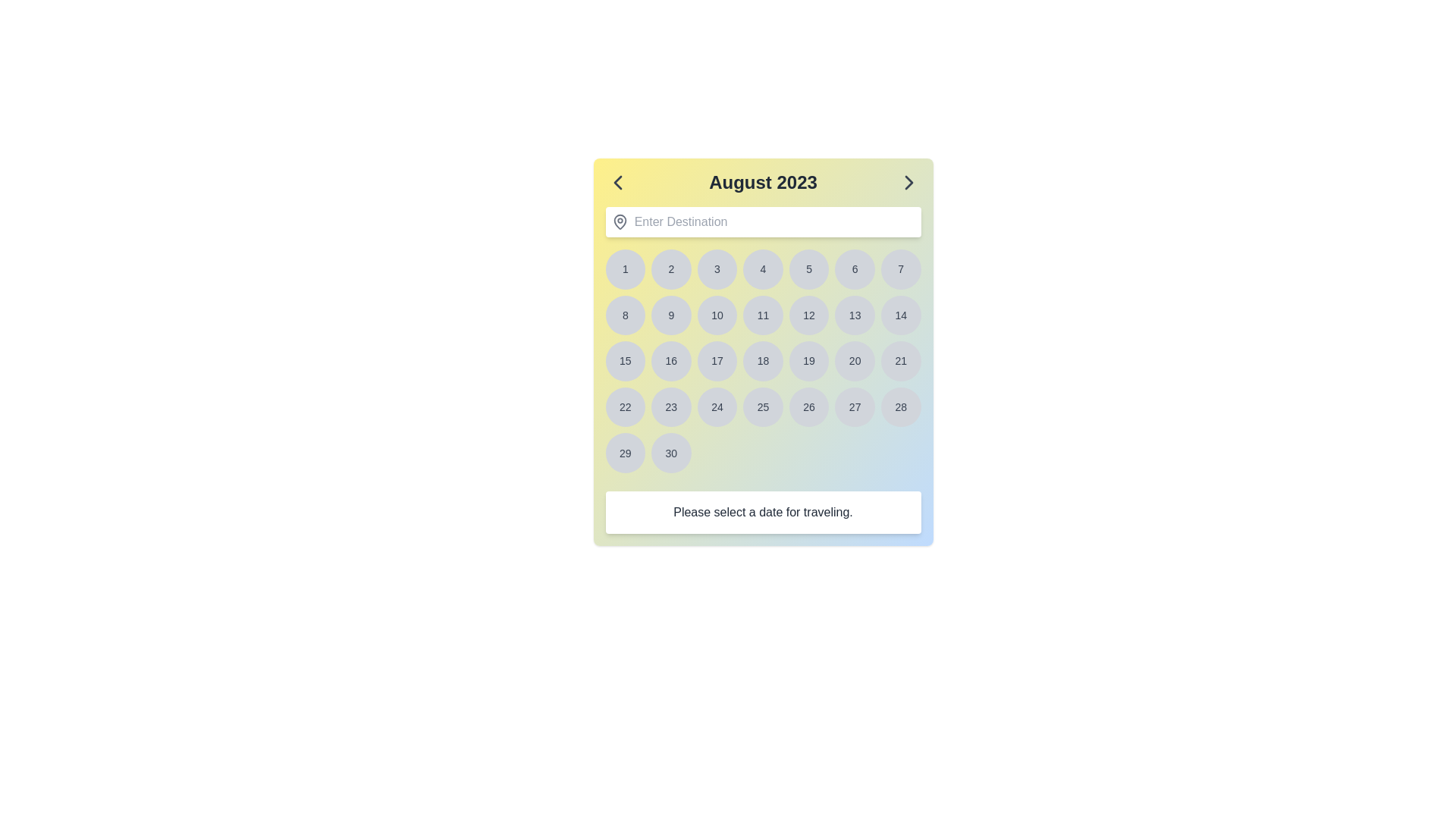 Image resolution: width=1456 pixels, height=819 pixels. I want to click on the circular button labeled '14' with a light gray background, so click(901, 314).